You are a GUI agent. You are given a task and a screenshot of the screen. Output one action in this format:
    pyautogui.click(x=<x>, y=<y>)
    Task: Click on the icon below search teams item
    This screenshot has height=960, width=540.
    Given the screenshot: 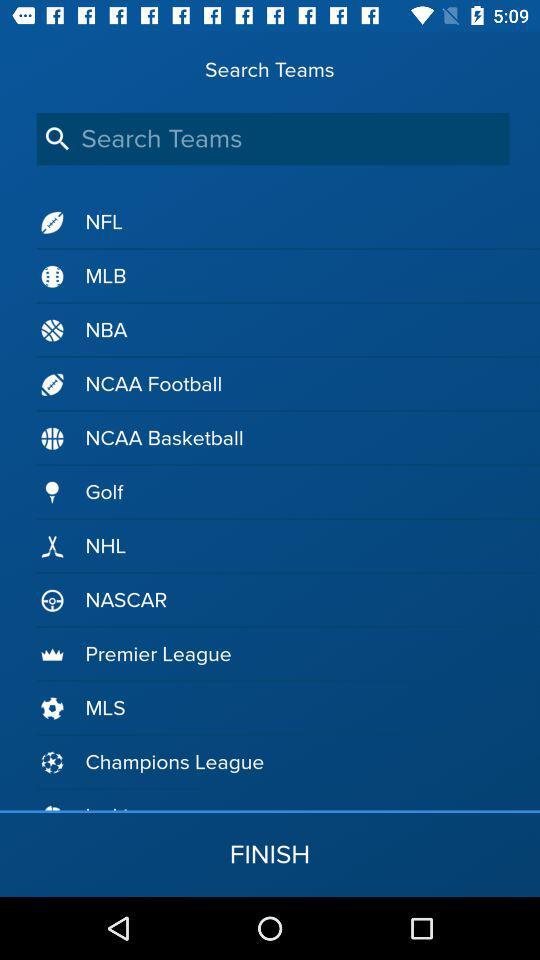 What is the action you would take?
    pyautogui.click(x=272, y=138)
    